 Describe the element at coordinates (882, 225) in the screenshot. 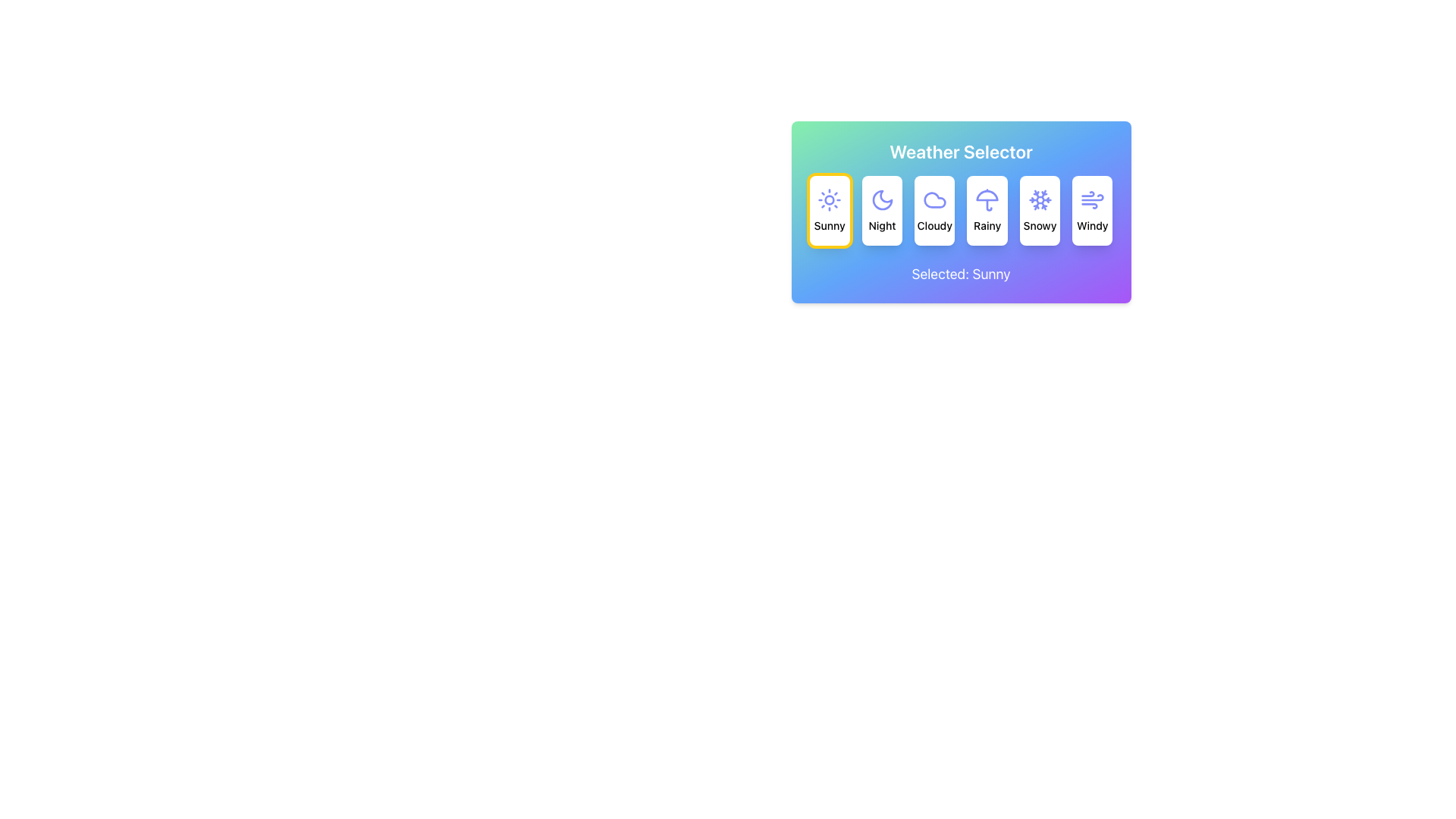

I see `text label 'Night' located in the second card from the left in the weather selector interface, positioned directly below the moon icon` at that location.